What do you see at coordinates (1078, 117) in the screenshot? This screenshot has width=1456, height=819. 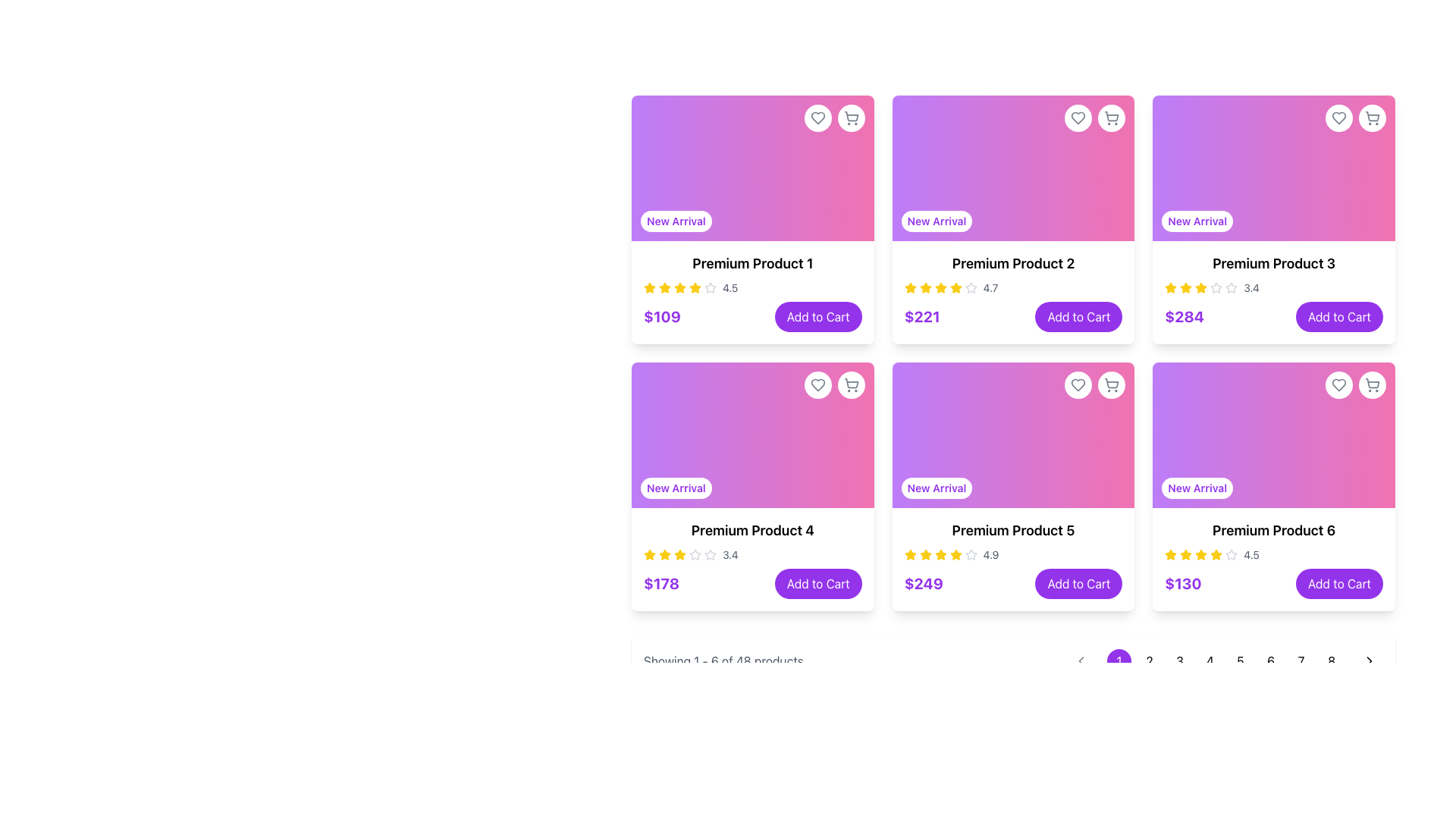 I see `the heart icon within the circular button in the top-right corner of the 'Premium Product 2' card` at bounding box center [1078, 117].